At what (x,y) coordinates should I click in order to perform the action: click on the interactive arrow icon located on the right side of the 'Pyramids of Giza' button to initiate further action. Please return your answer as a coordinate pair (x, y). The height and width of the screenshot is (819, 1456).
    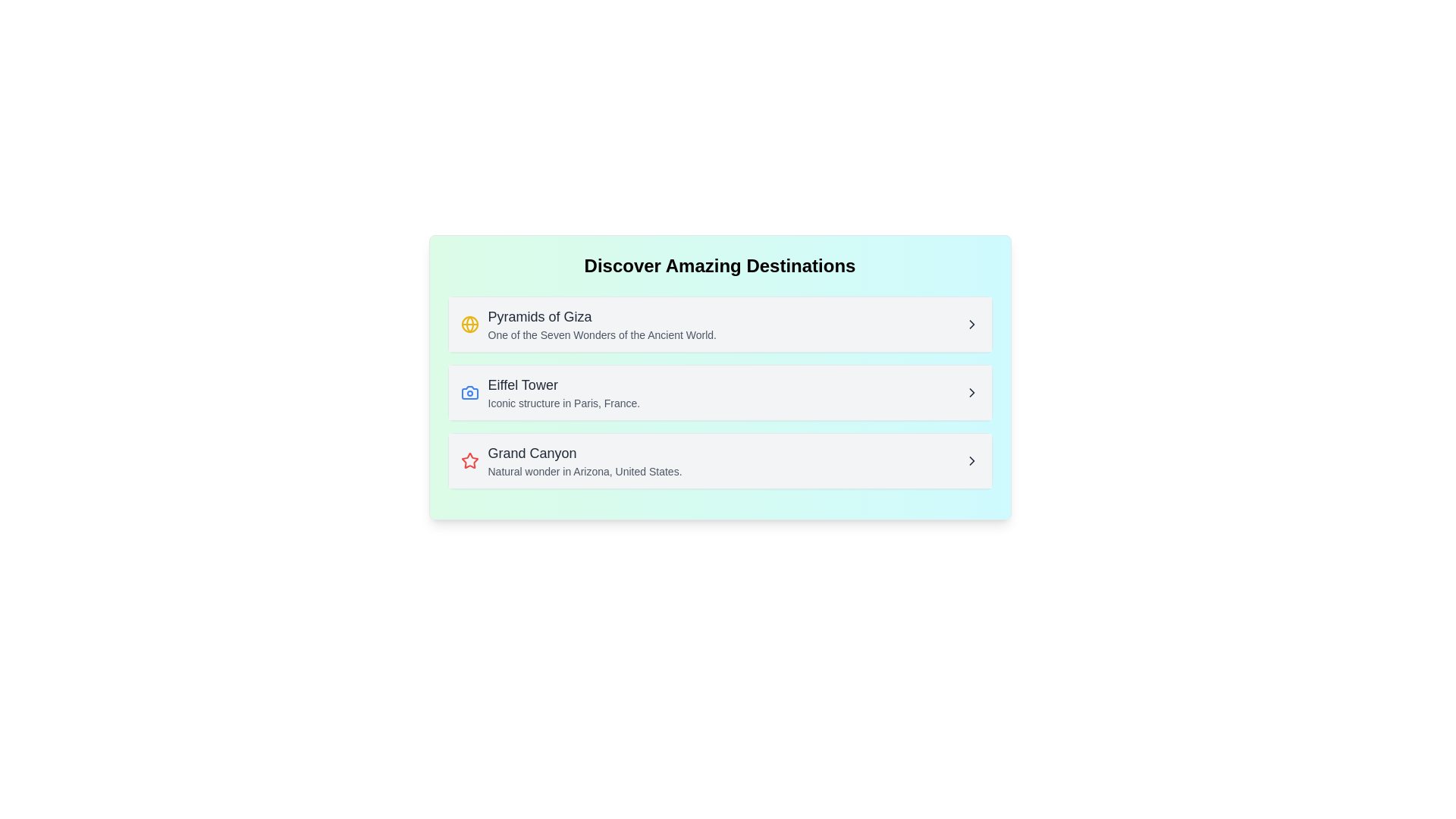
    Looking at the image, I should click on (971, 324).